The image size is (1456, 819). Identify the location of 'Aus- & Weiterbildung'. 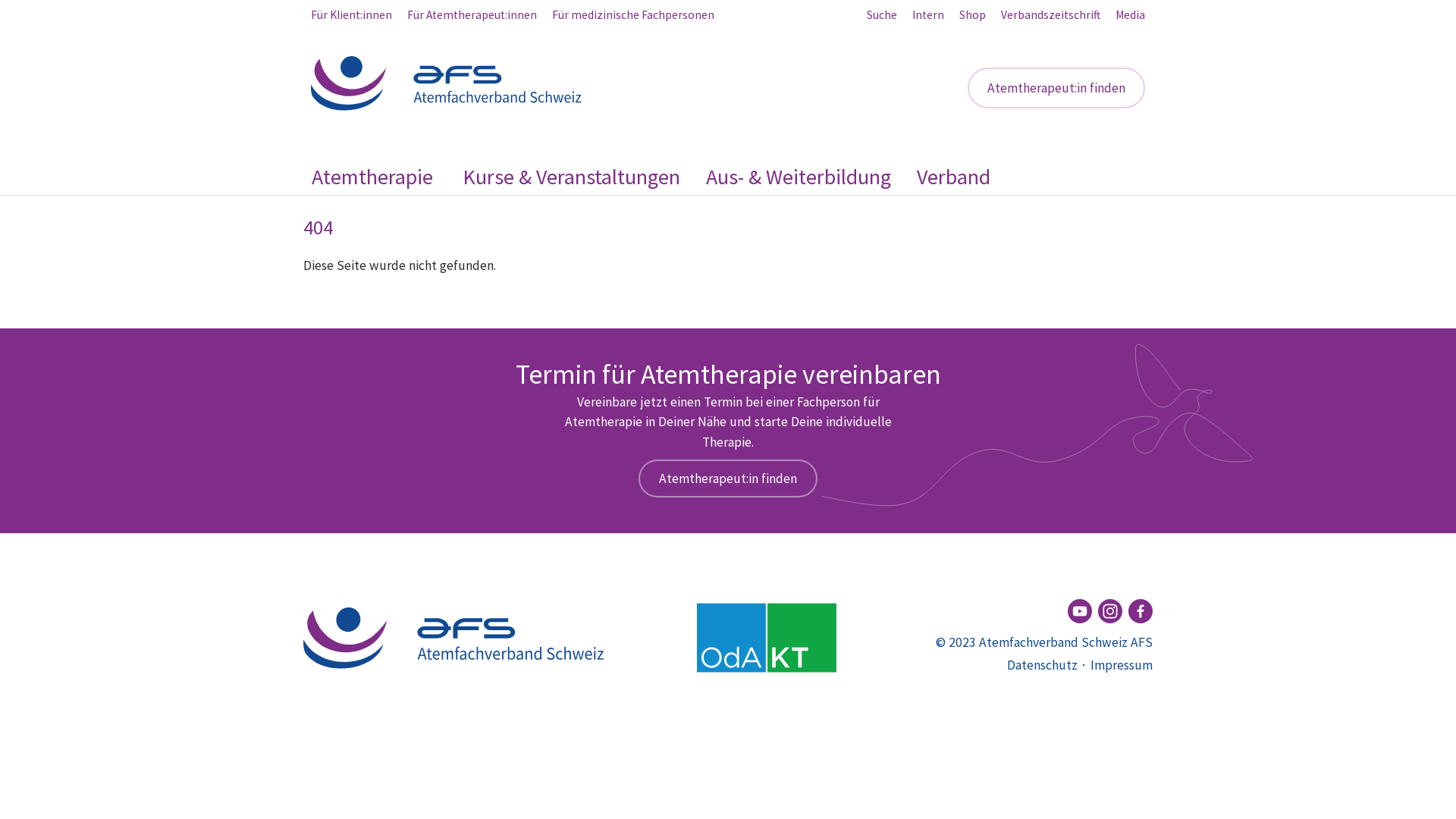
(797, 175).